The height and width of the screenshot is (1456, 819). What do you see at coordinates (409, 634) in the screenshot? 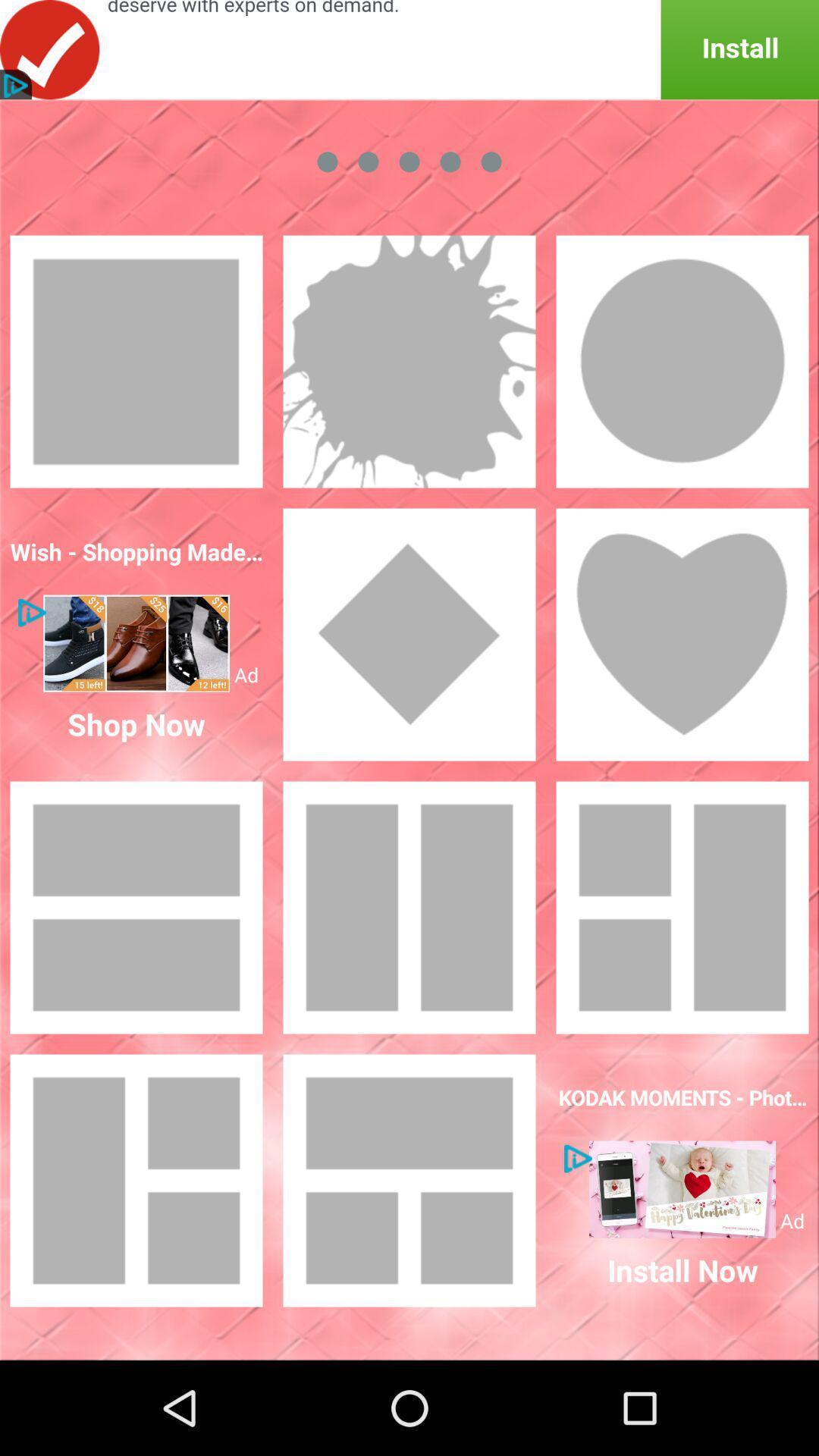
I see `photo setting option` at bounding box center [409, 634].